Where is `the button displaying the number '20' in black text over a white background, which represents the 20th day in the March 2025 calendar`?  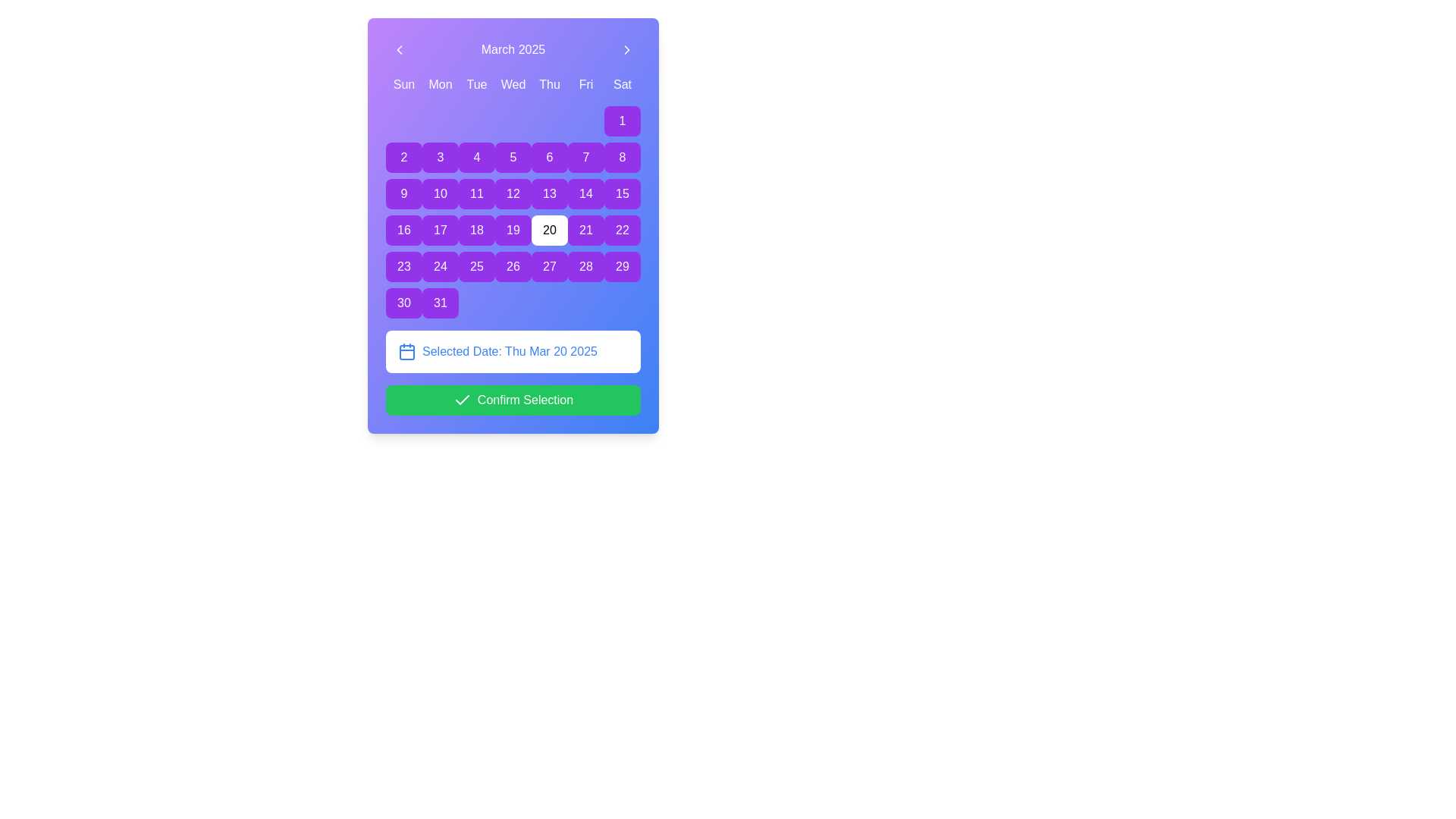
the button displaying the number '20' in black text over a white background, which represents the 20th day in the March 2025 calendar is located at coordinates (548, 231).